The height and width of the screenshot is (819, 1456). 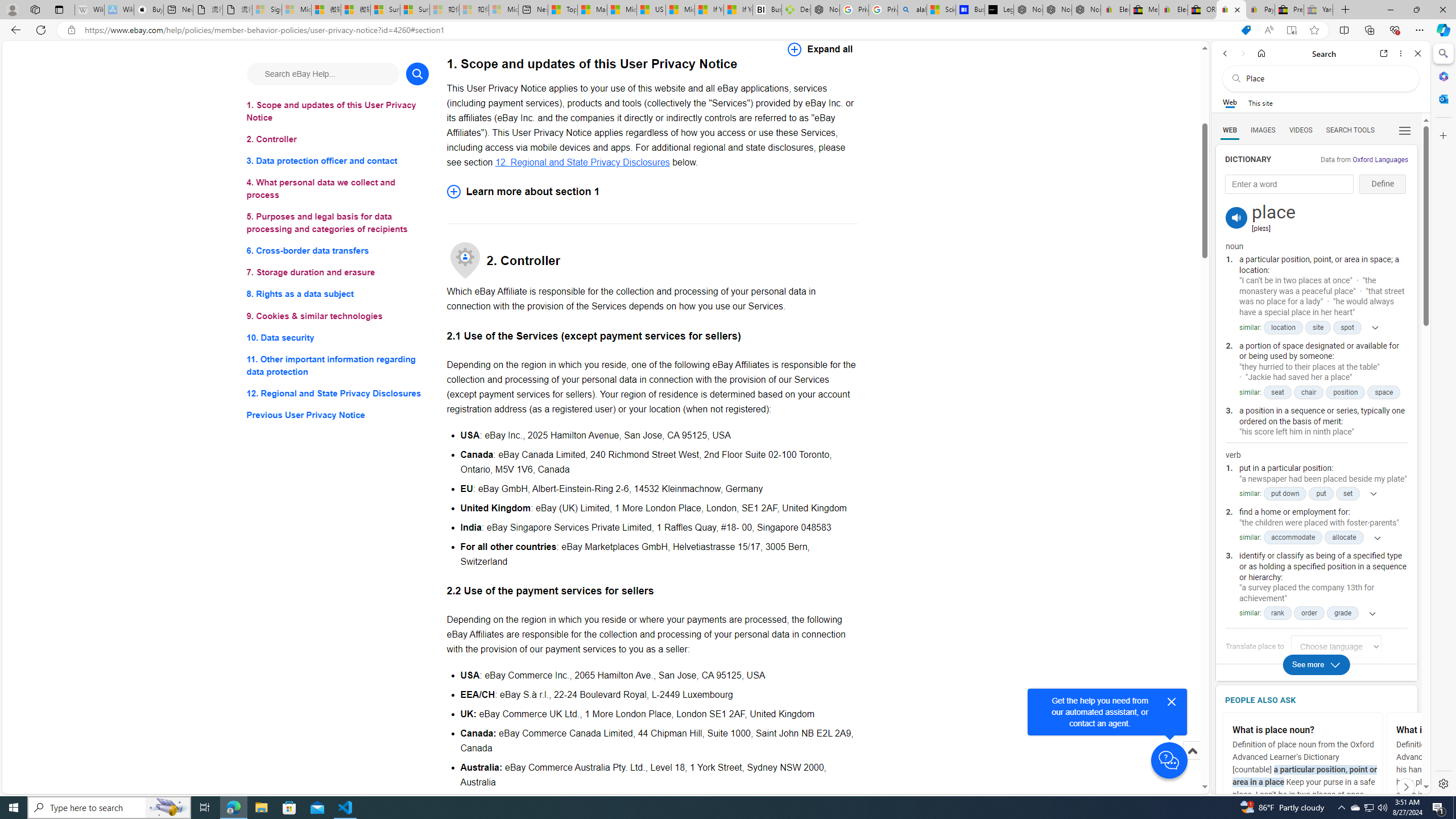 I want to click on 'accommodate', so click(x=1293, y=537).